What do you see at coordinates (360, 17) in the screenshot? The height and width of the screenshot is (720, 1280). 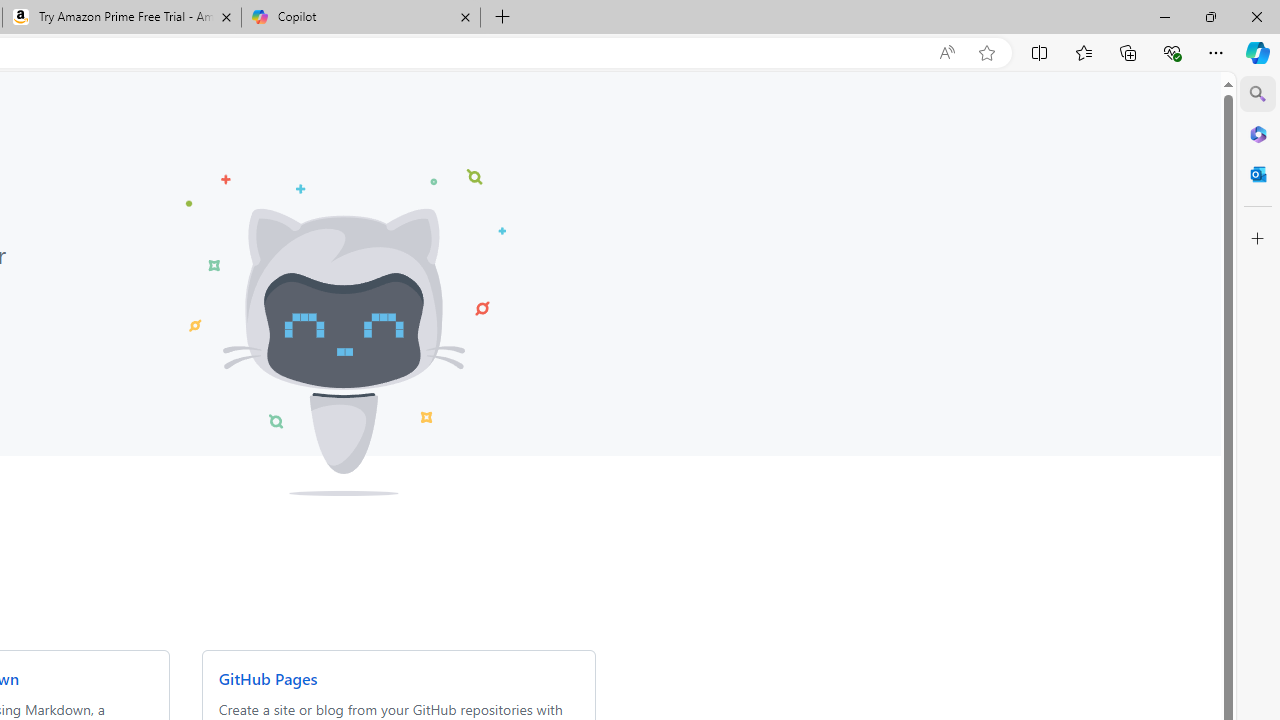 I see `'Copilot'` at bounding box center [360, 17].